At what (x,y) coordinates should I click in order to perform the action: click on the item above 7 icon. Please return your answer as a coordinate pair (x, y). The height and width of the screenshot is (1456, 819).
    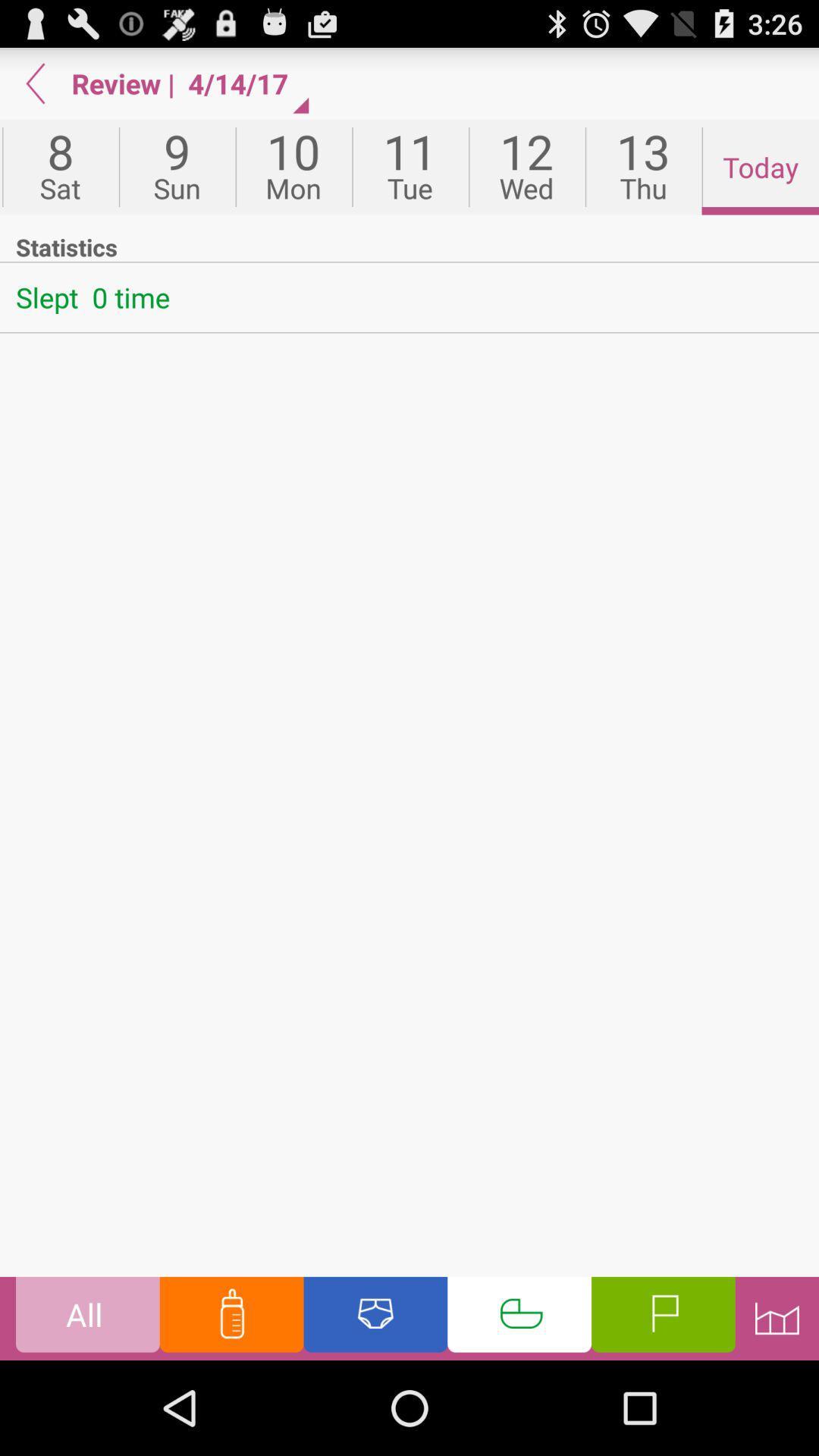
    Looking at the image, I should click on (35, 83).